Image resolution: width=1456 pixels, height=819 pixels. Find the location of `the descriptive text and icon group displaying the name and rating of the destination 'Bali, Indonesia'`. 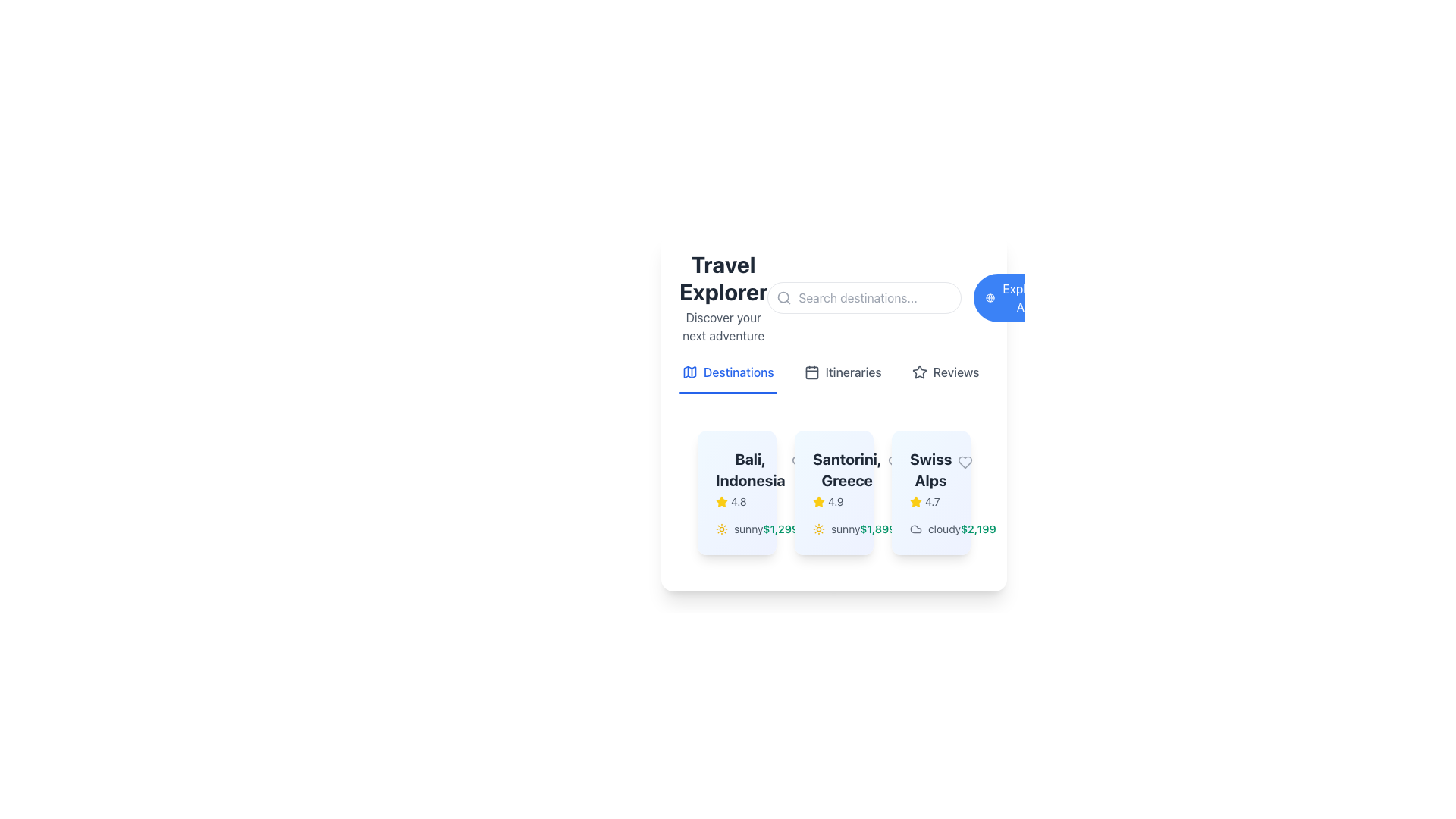

the descriptive text and icon group displaying the name and rating of the destination 'Bali, Indonesia' is located at coordinates (736, 479).